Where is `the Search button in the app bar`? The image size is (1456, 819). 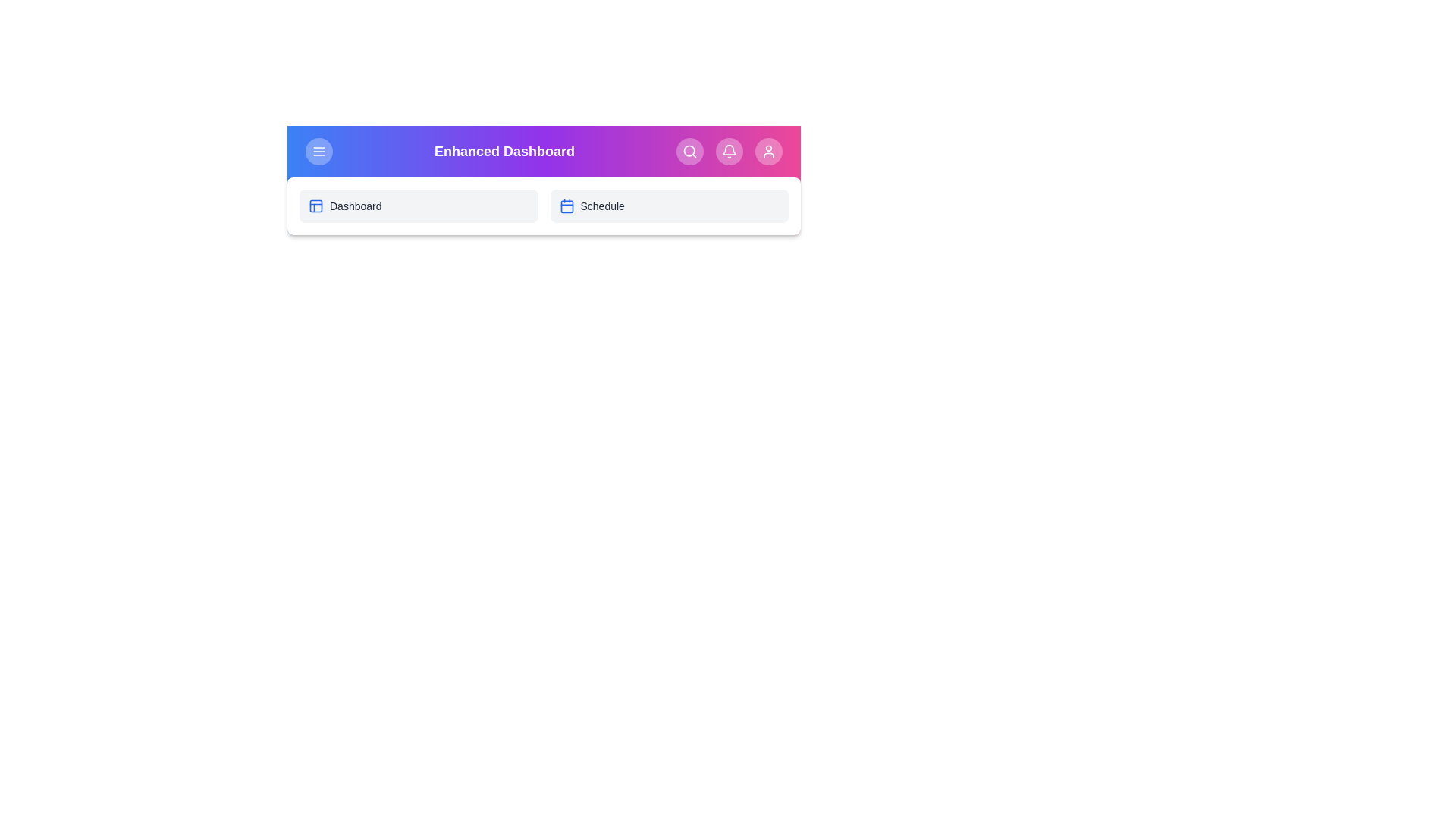
the Search button in the app bar is located at coordinates (689, 152).